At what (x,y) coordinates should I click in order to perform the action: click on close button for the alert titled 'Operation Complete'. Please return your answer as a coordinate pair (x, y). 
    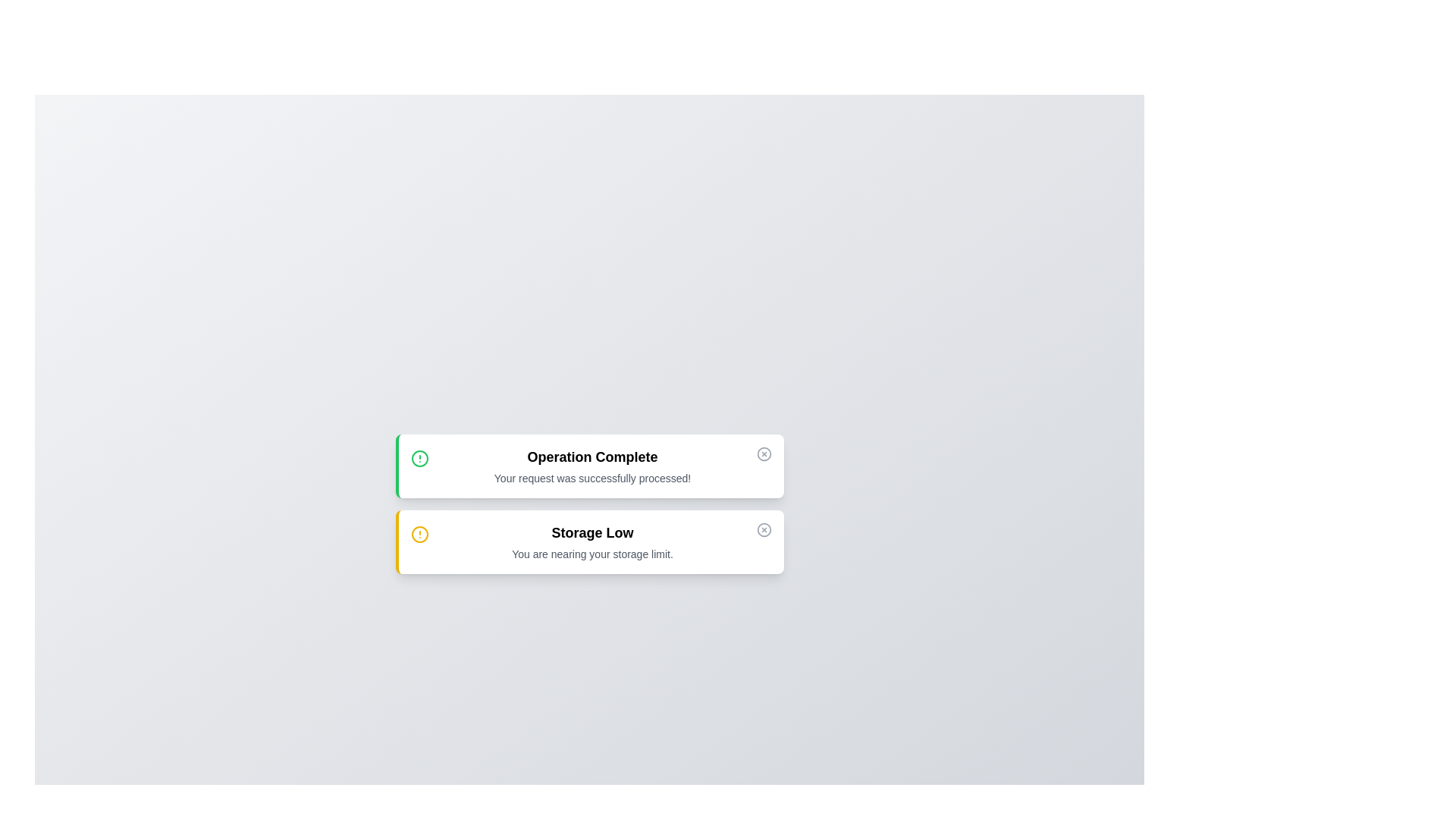
    Looking at the image, I should click on (764, 453).